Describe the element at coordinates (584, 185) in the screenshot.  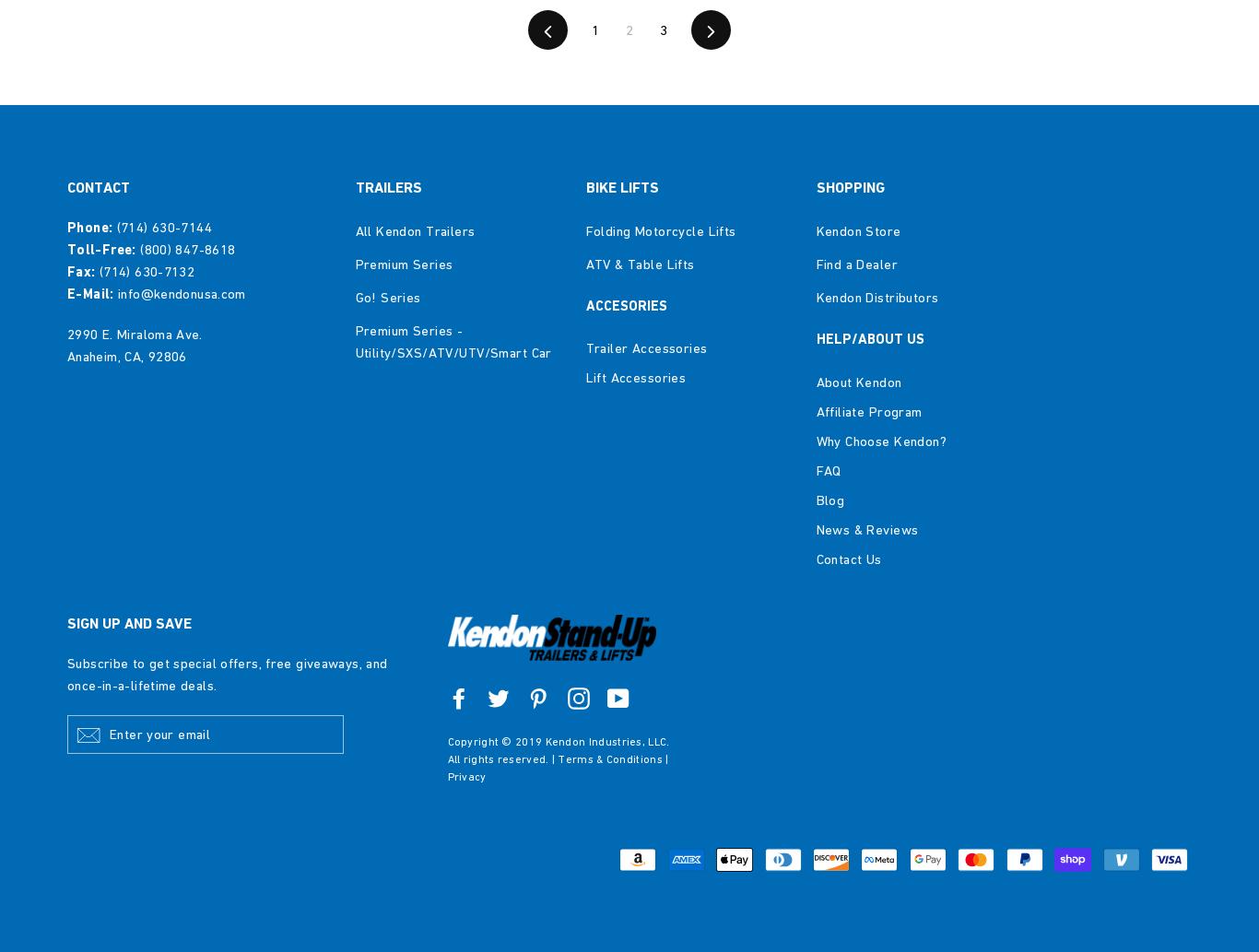
I see `'BIKE LIFTS'` at that location.